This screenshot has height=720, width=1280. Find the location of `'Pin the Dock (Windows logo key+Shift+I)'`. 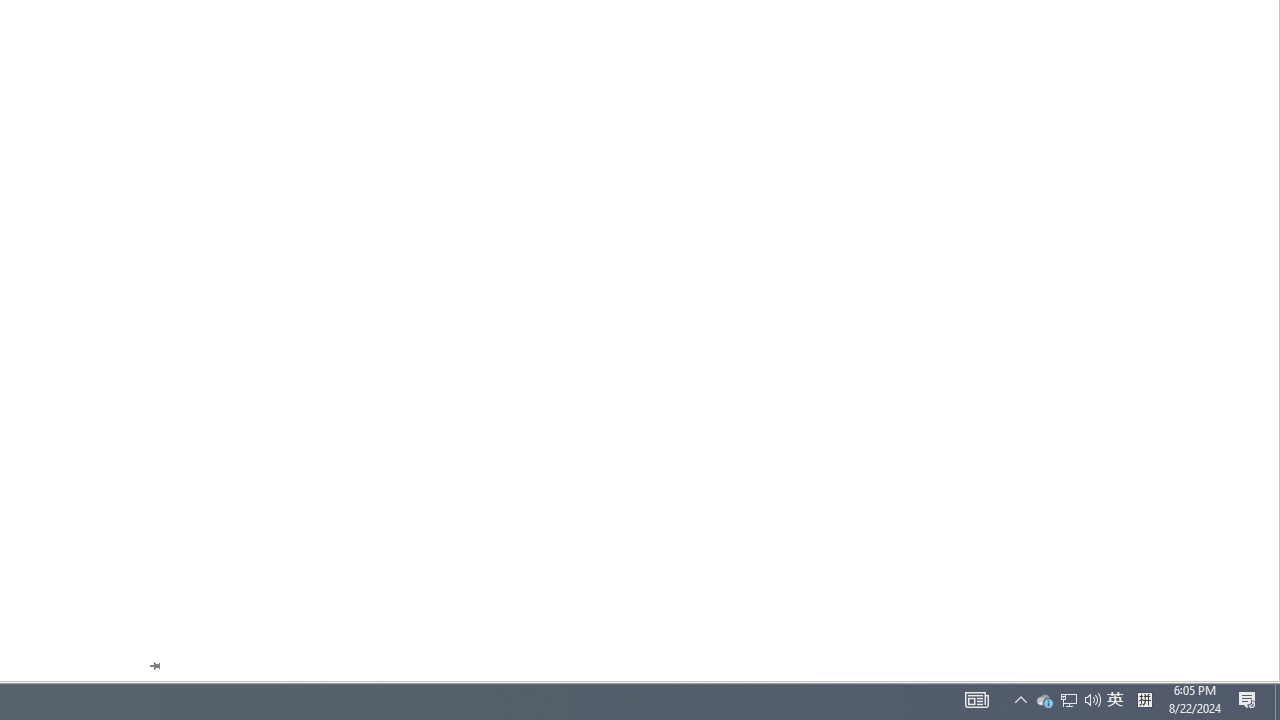

'Pin the Dock (Windows logo key+Shift+I)' is located at coordinates (153, 666).